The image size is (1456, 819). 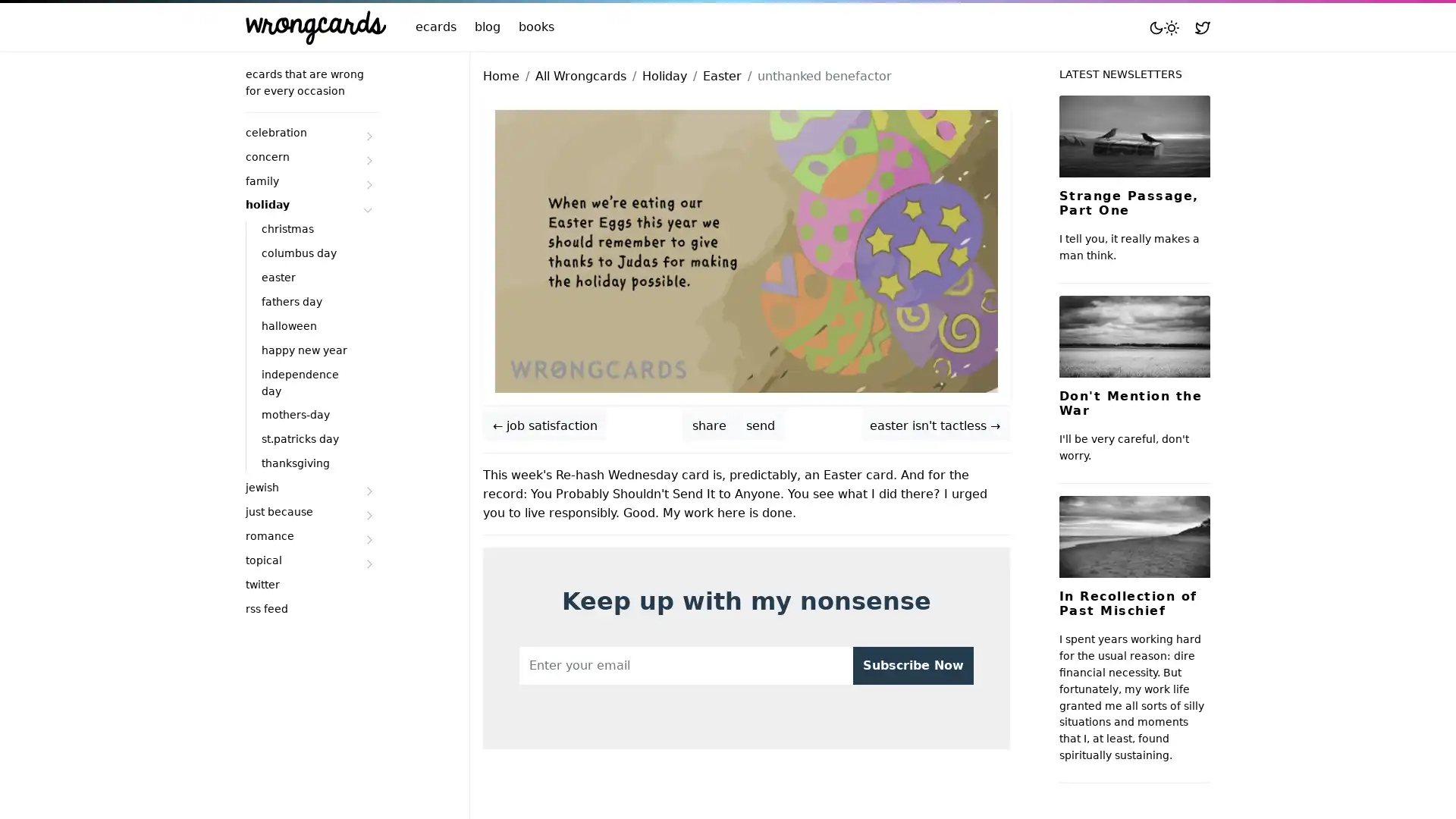 What do you see at coordinates (708, 425) in the screenshot?
I see `share` at bounding box center [708, 425].